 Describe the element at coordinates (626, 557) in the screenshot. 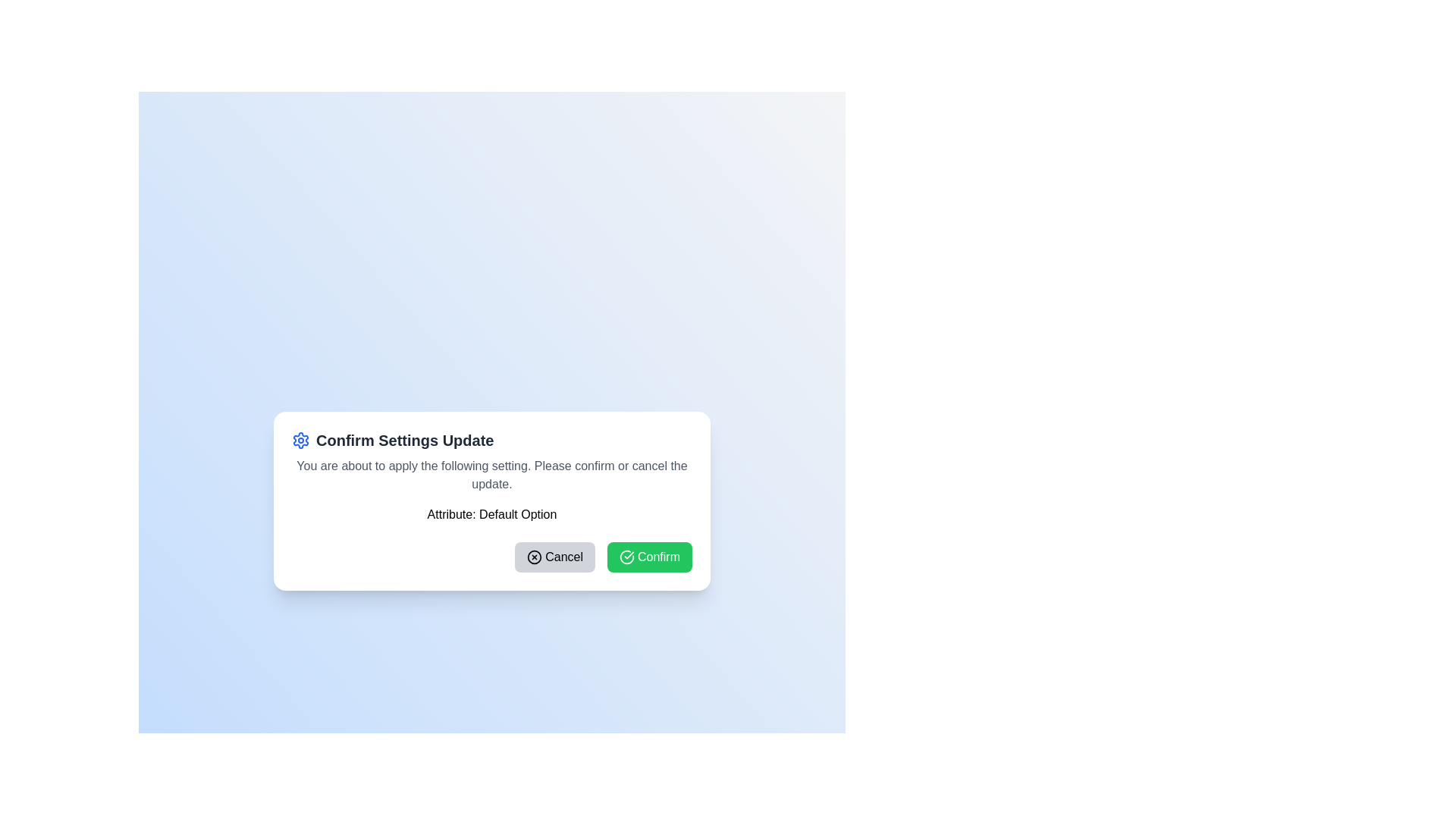

I see `the 'Confirm' button which contains the checkmark icon indicating affirmation or agreement` at that location.